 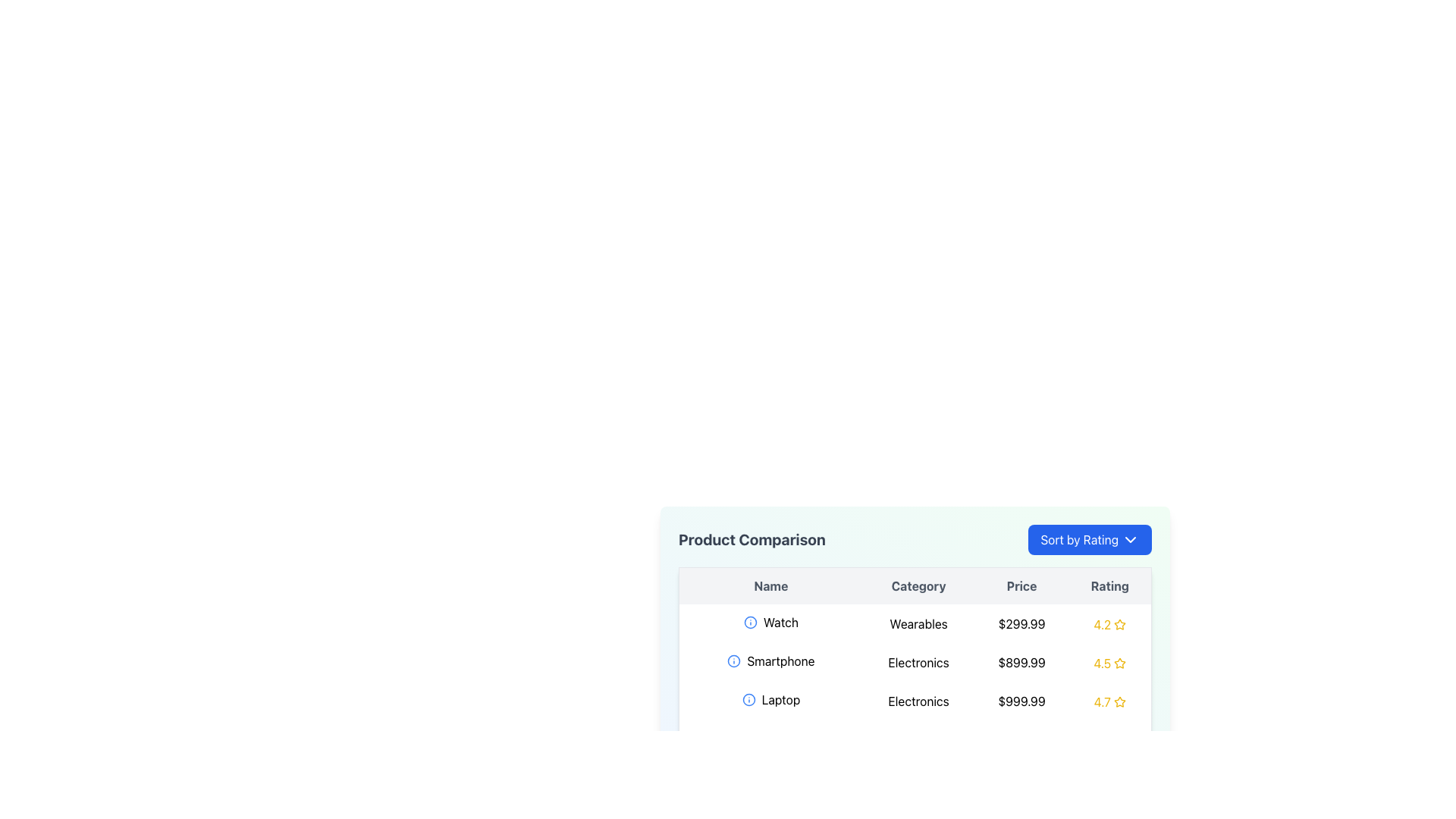 What do you see at coordinates (1021, 585) in the screenshot?
I see `the 'Price' text label header, which is the third column in the table, located between 'Category' and 'Rating'` at bounding box center [1021, 585].